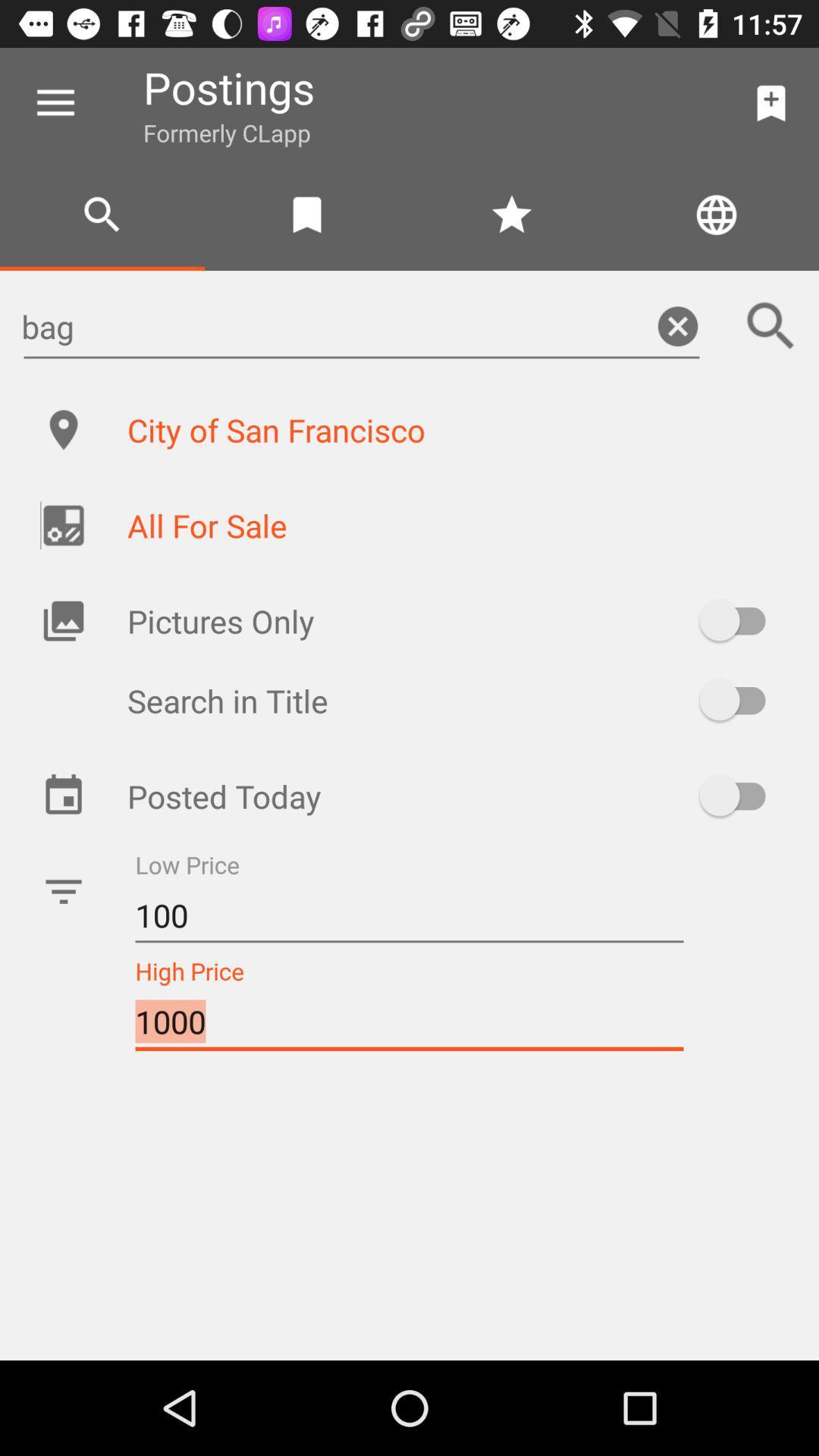  I want to click on the icon next to postings, so click(55, 102).